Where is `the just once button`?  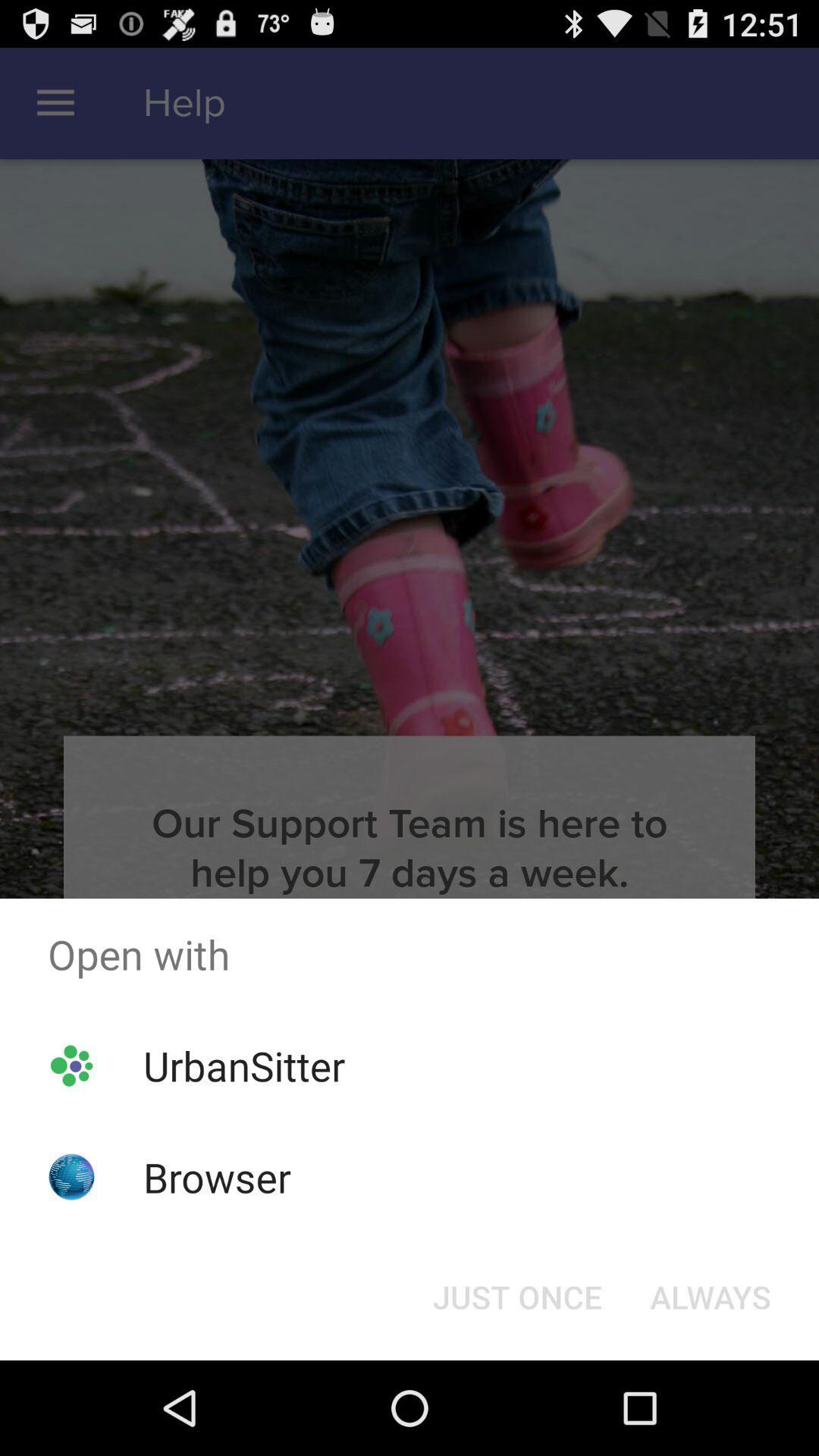 the just once button is located at coordinates (516, 1295).